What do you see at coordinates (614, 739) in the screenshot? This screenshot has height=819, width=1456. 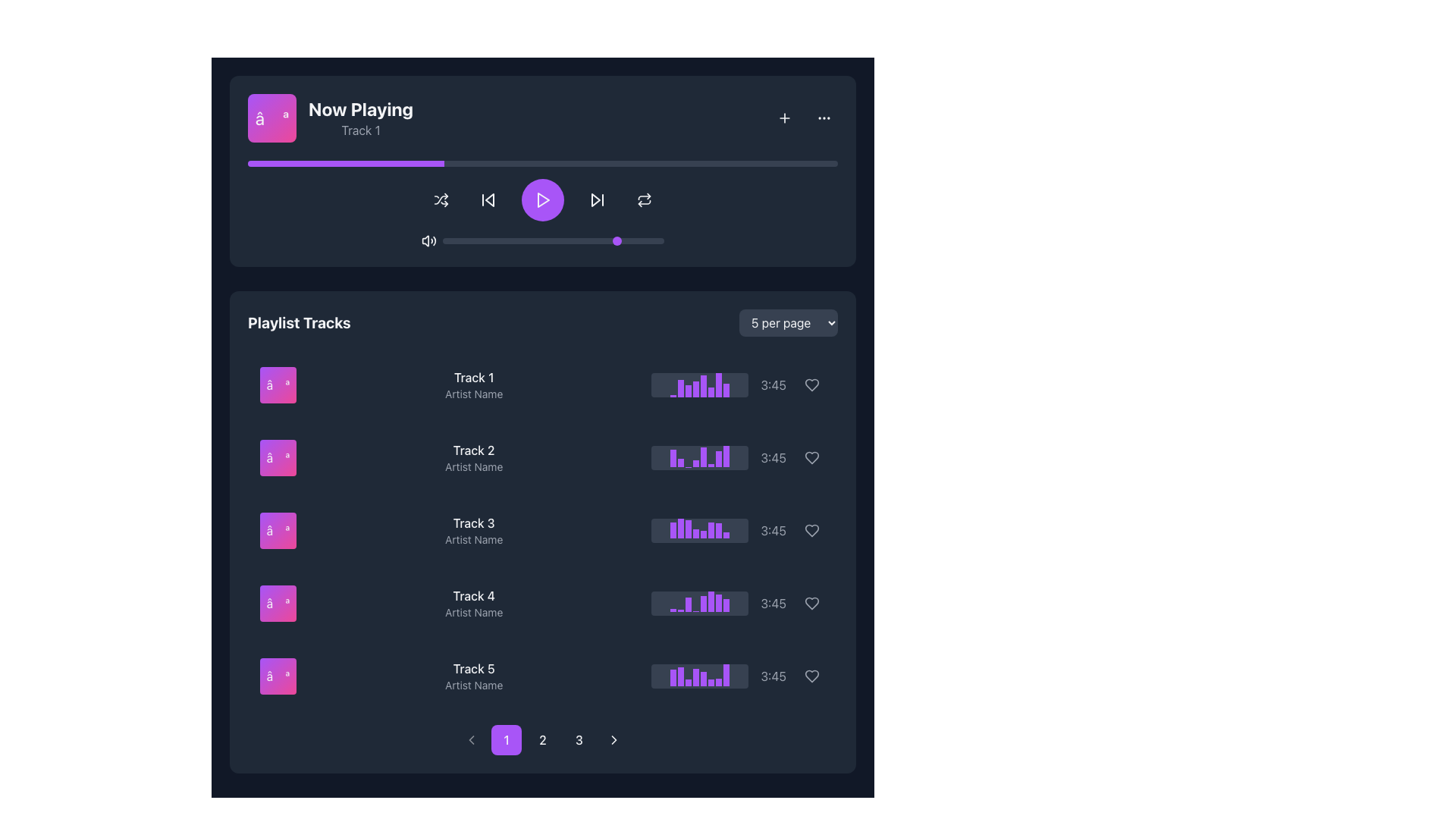 I see `the button with an embedded arrow icon located at the bottom-right corner of the pagination control to change its appearance` at bounding box center [614, 739].